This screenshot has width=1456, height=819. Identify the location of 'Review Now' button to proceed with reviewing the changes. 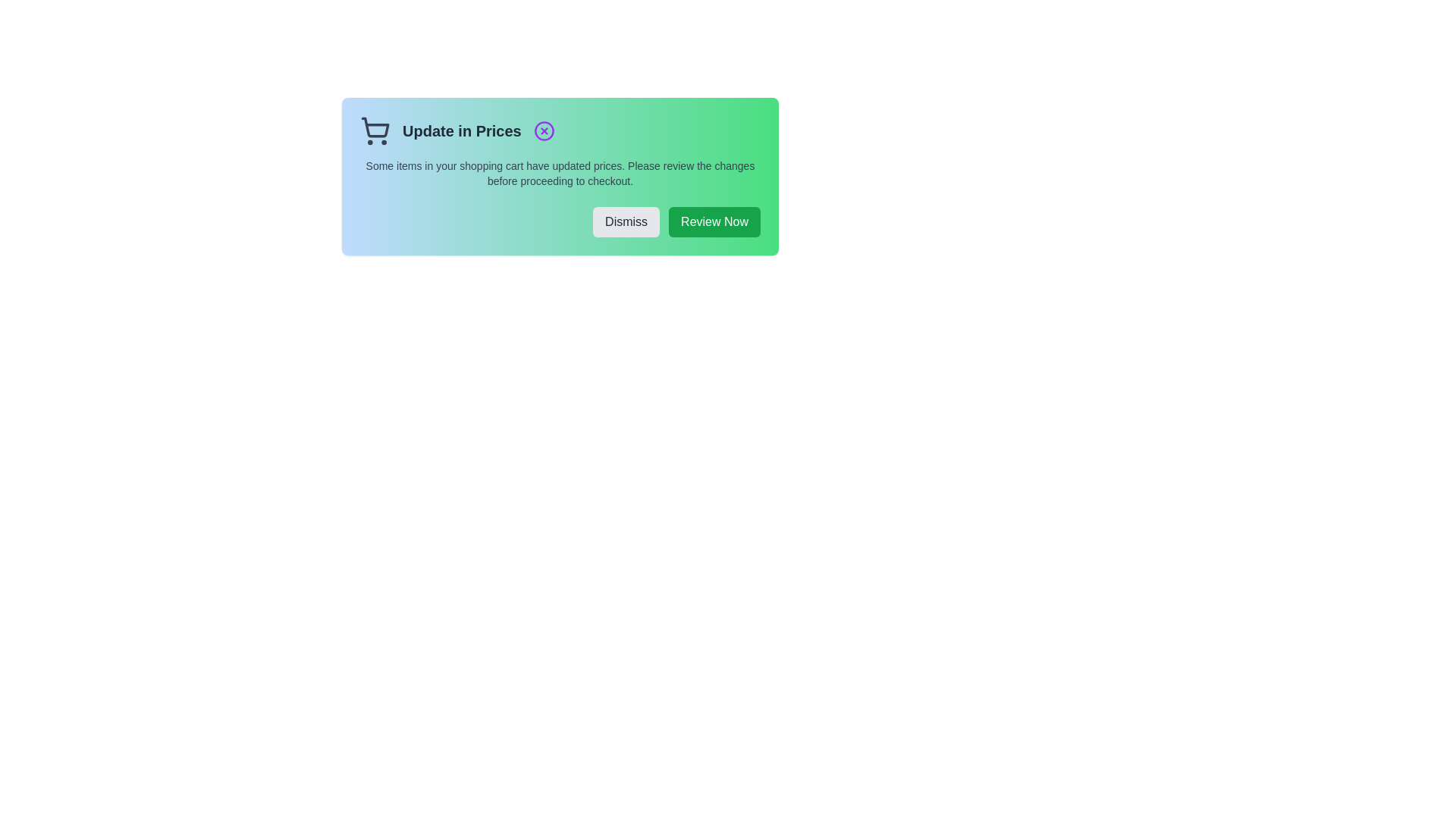
(713, 222).